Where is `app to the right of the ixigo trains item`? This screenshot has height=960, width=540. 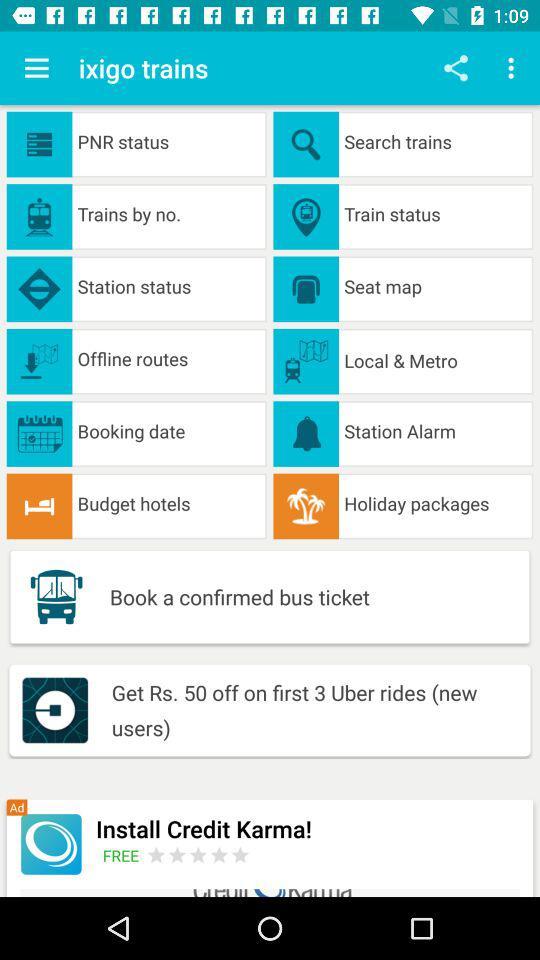 app to the right of the ixigo trains item is located at coordinates (455, 68).